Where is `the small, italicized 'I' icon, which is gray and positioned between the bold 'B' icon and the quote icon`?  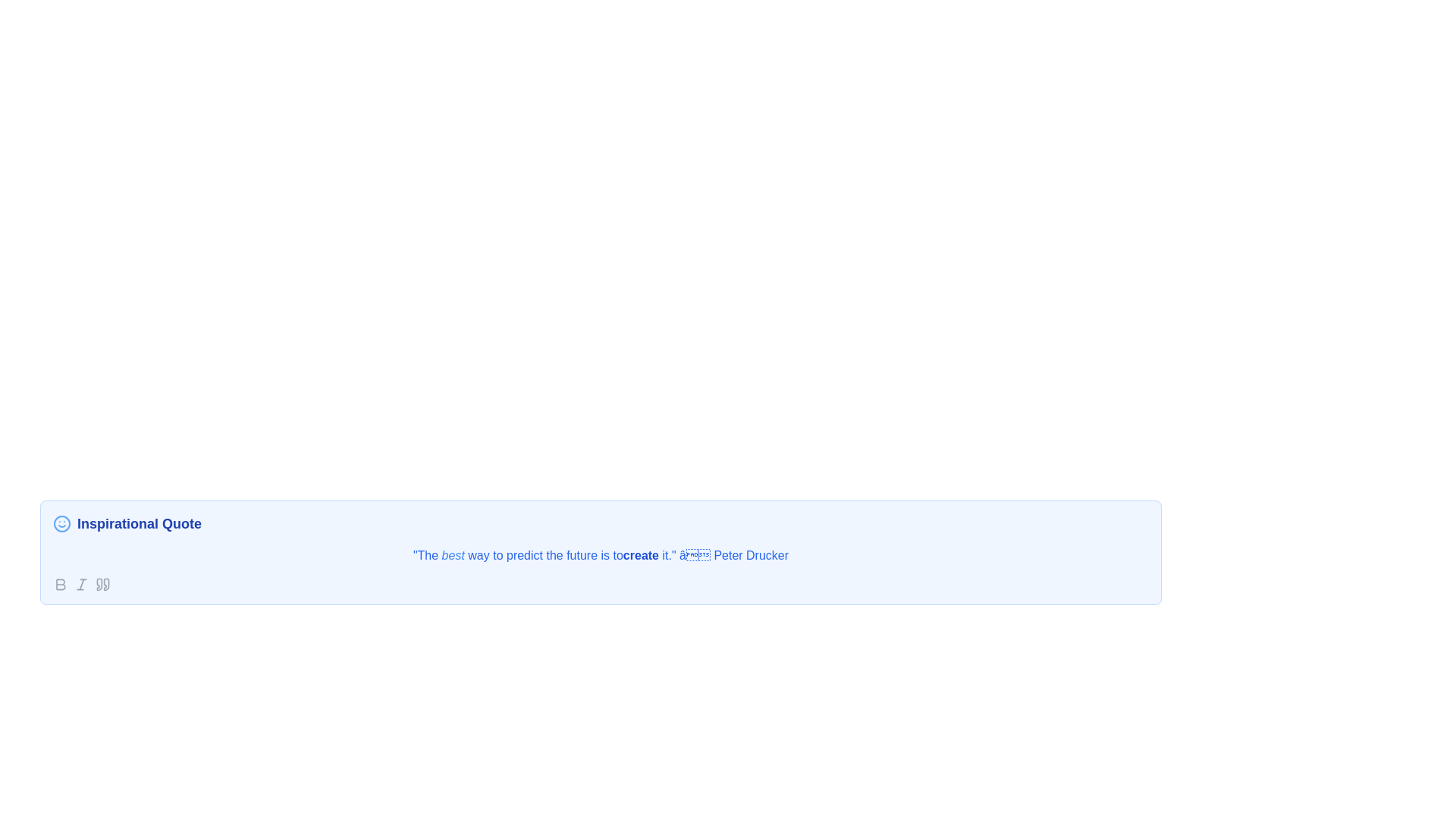
the small, italicized 'I' icon, which is gray and positioned between the bold 'B' icon and the quote icon is located at coordinates (81, 584).